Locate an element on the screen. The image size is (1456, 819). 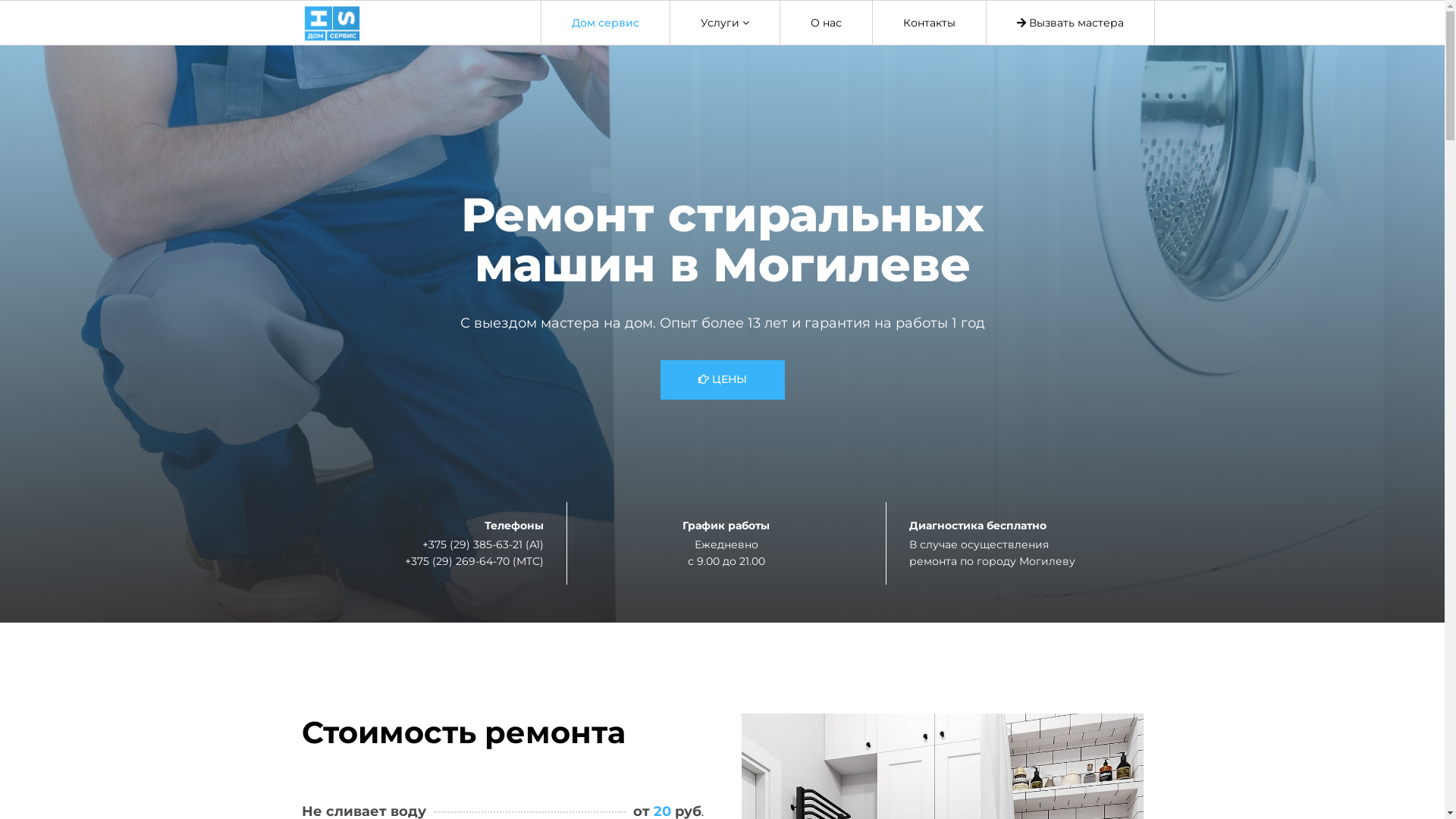
'+375 (29) 385-63-21 (A1)' is located at coordinates (482, 543).